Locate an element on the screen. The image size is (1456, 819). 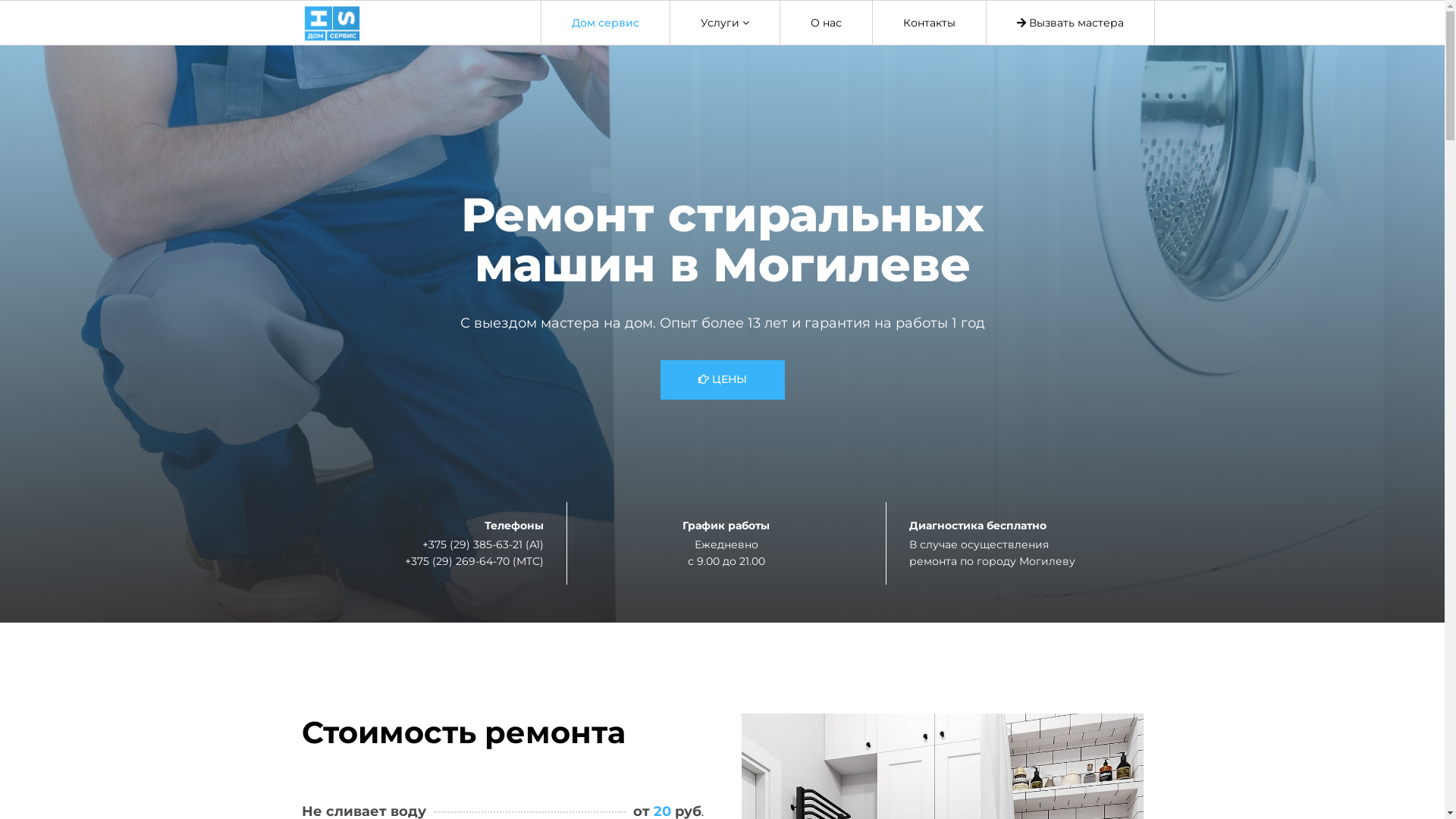
'+375 (29) 385-63-21 (A1)' is located at coordinates (482, 543).